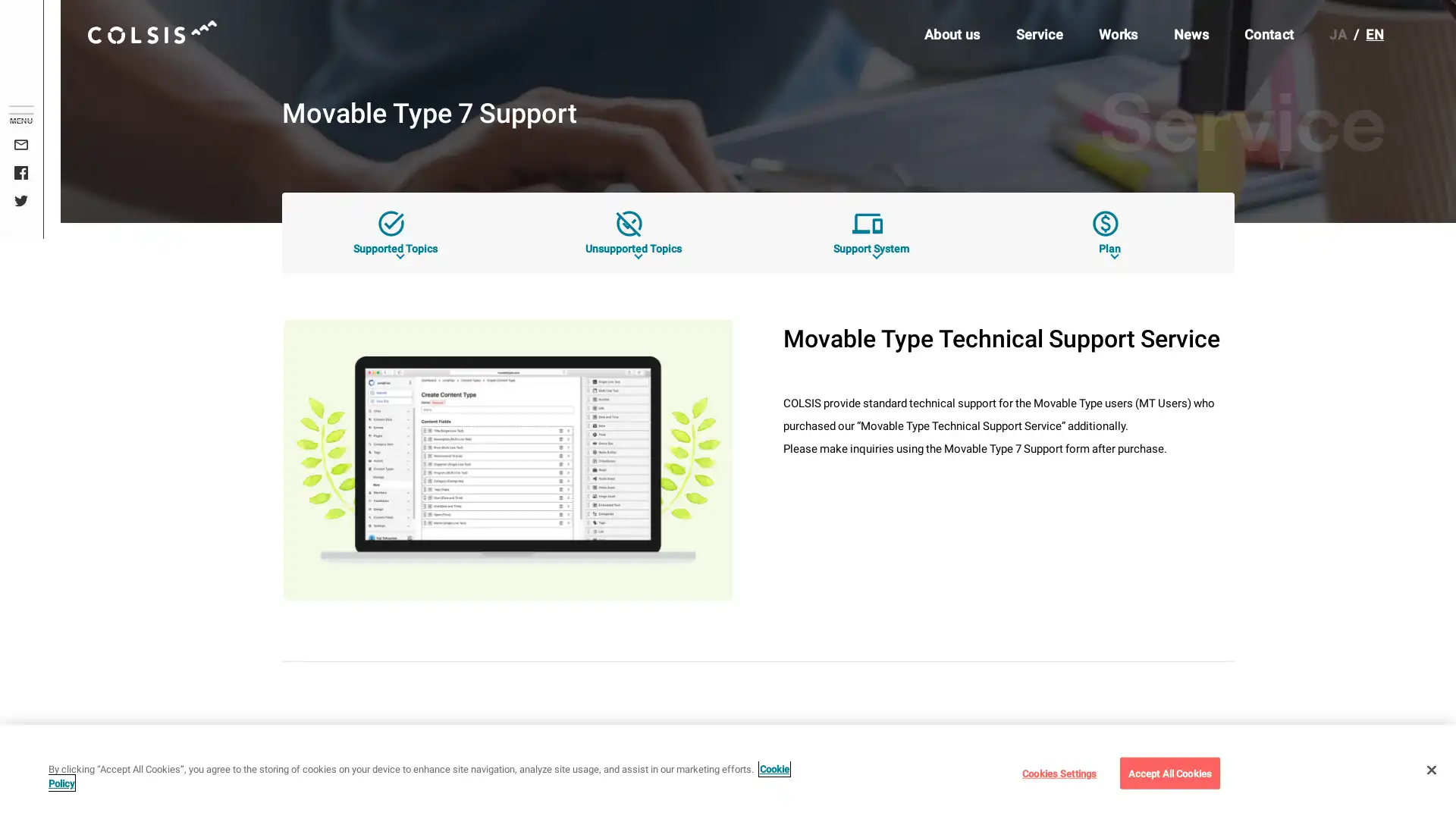  I want to click on Close, so click(1430, 769).